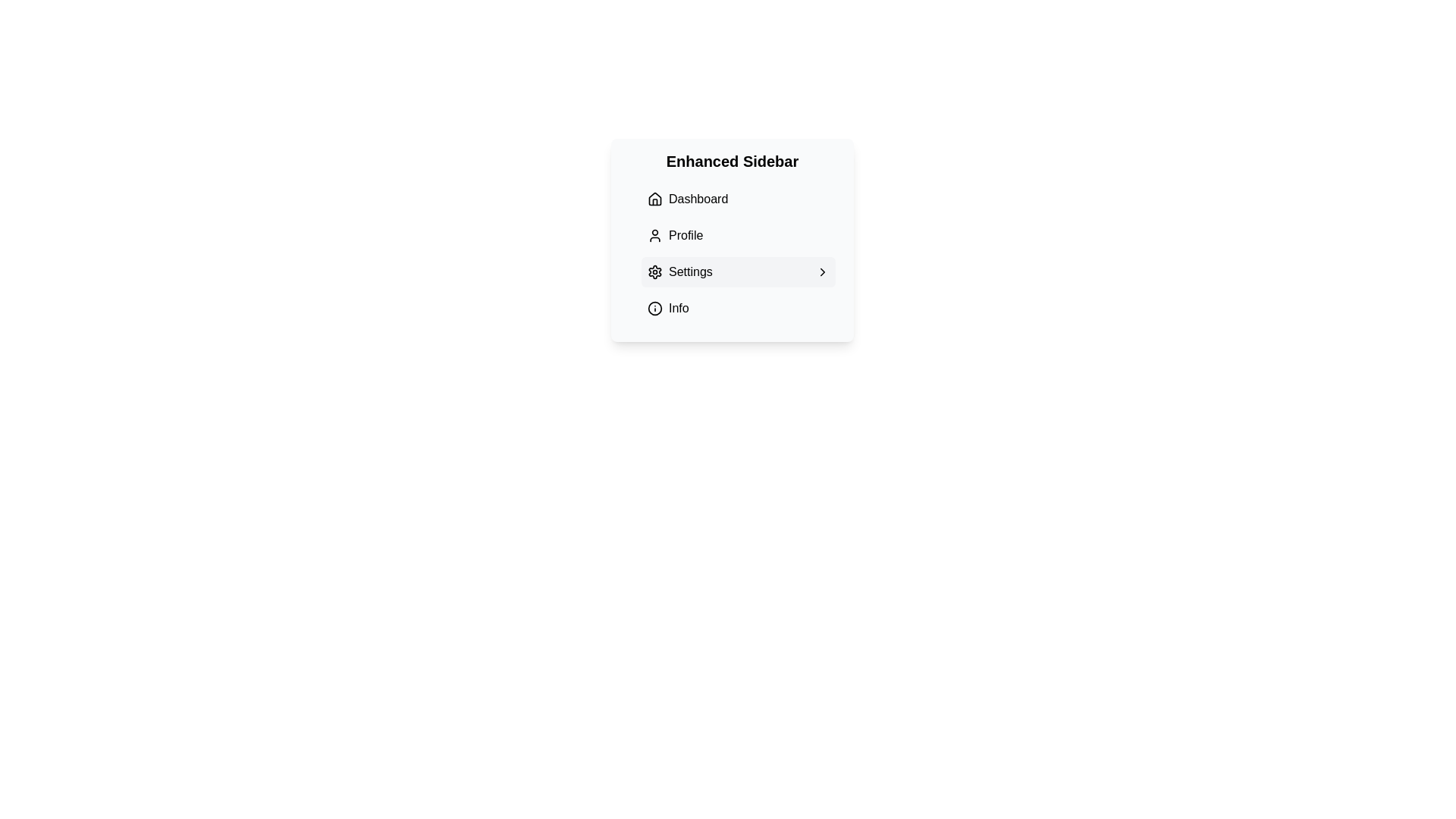  Describe the element at coordinates (732, 253) in the screenshot. I see `the third item` at that location.